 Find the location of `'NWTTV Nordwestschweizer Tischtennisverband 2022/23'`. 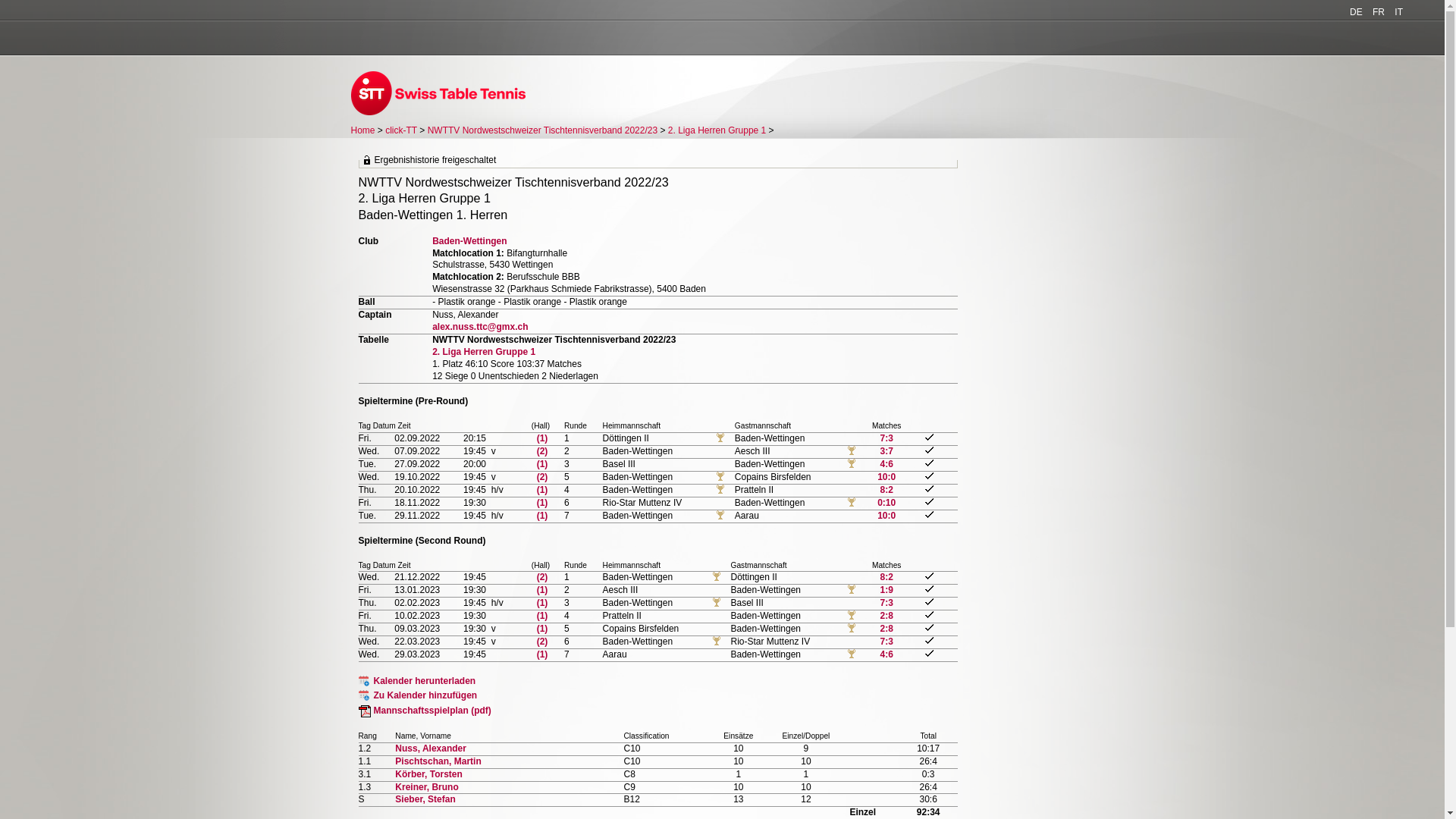

'NWTTV Nordwestschweizer Tischtennisverband 2022/23' is located at coordinates (542, 130).